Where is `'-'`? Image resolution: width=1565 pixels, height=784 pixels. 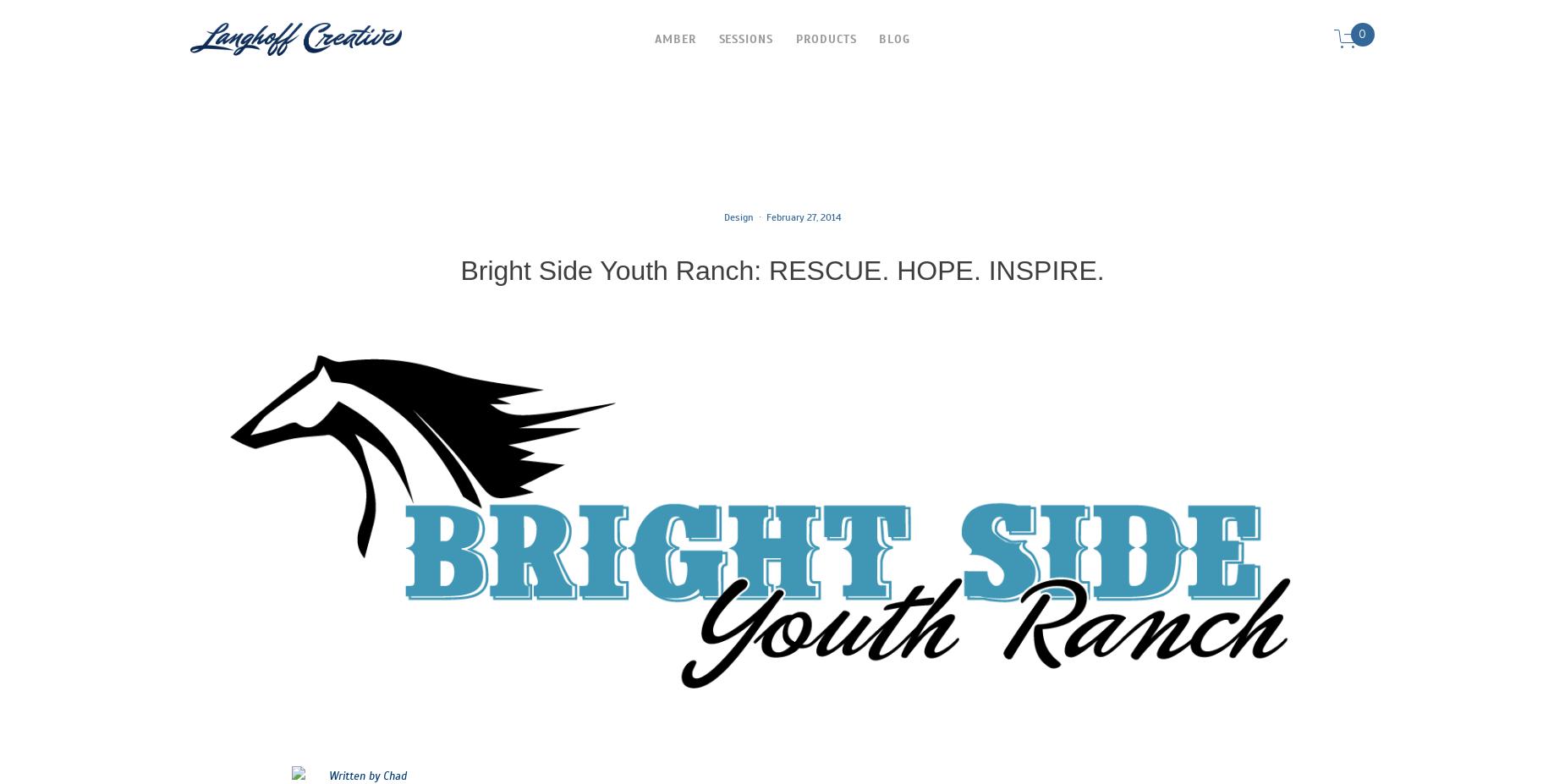 '-' is located at coordinates (406, 776).